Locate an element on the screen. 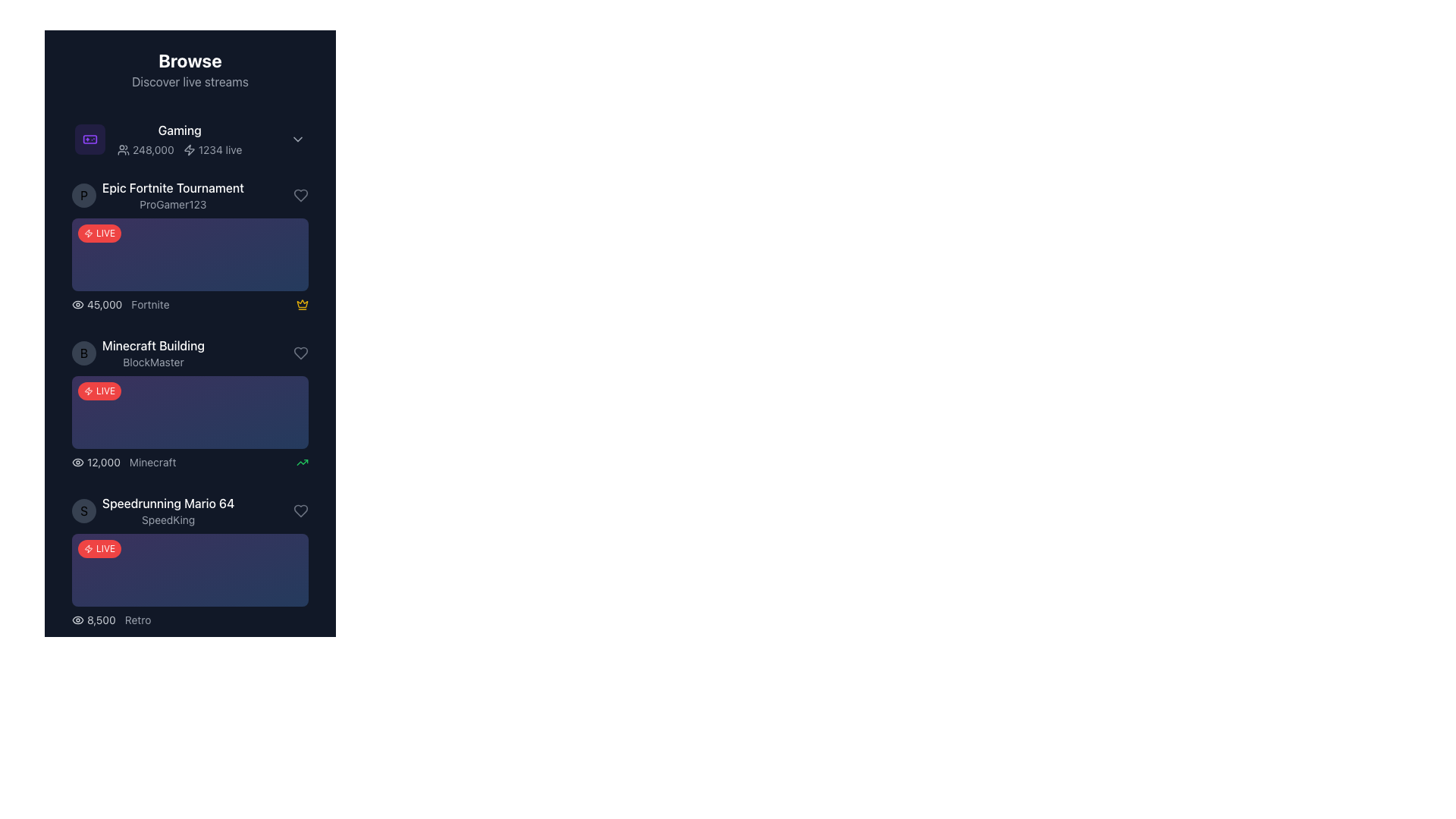  on the first interactive list item labeled 'Gaming' with a purple gamepad icon and viewer/session details is located at coordinates (189, 140).